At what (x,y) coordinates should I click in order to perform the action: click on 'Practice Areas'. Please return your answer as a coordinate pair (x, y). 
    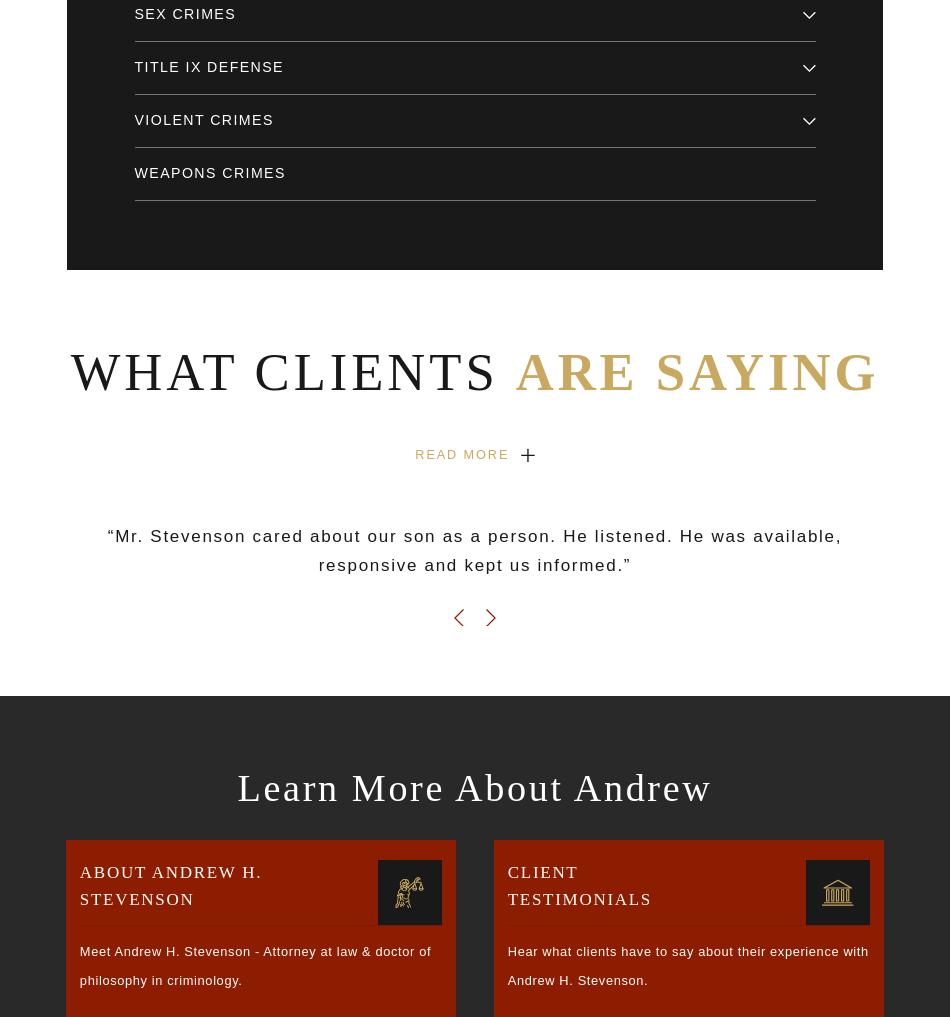
    Looking at the image, I should click on (127, 563).